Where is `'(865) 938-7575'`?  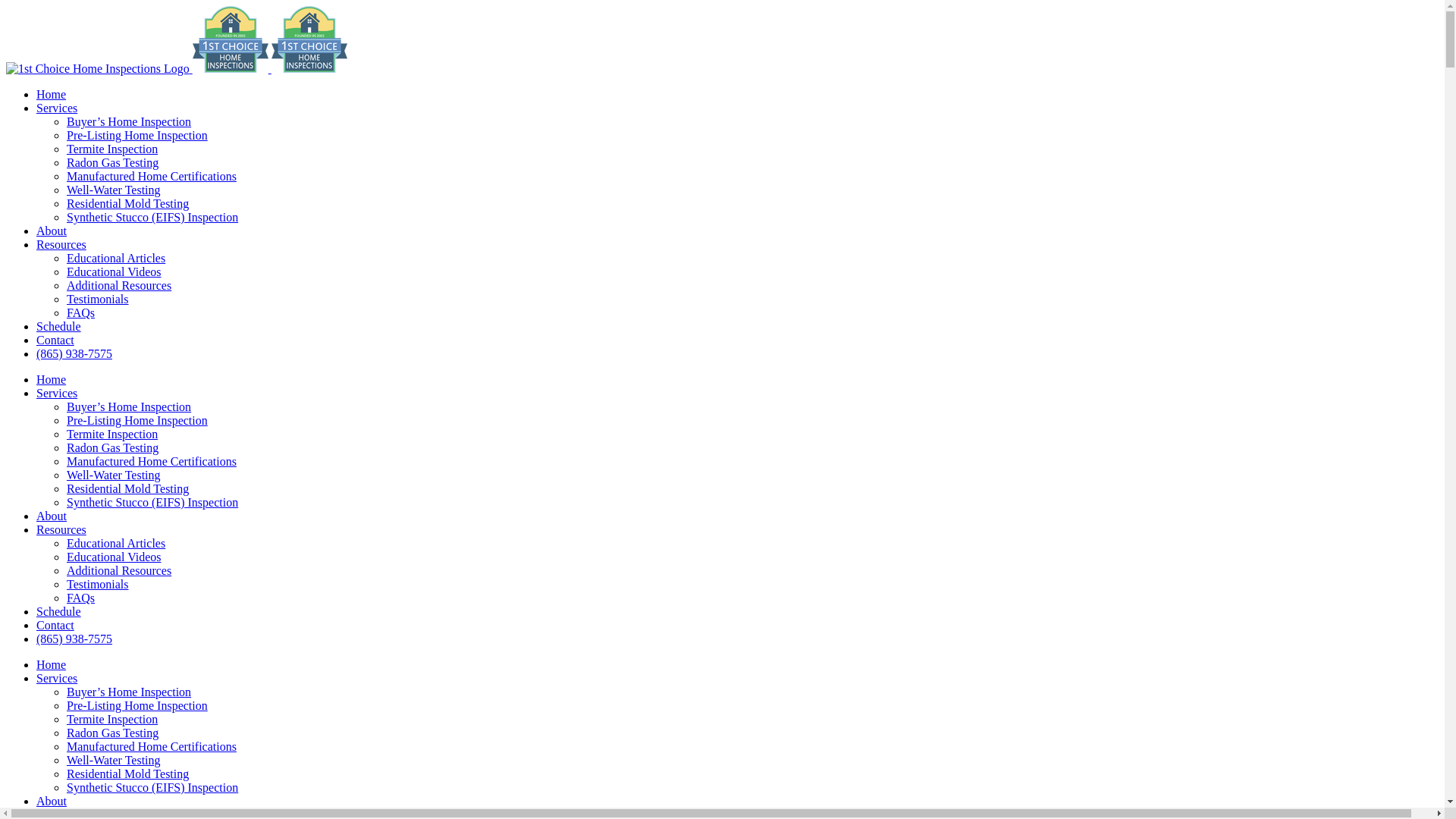
'(865) 938-7575' is located at coordinates (36, 353).